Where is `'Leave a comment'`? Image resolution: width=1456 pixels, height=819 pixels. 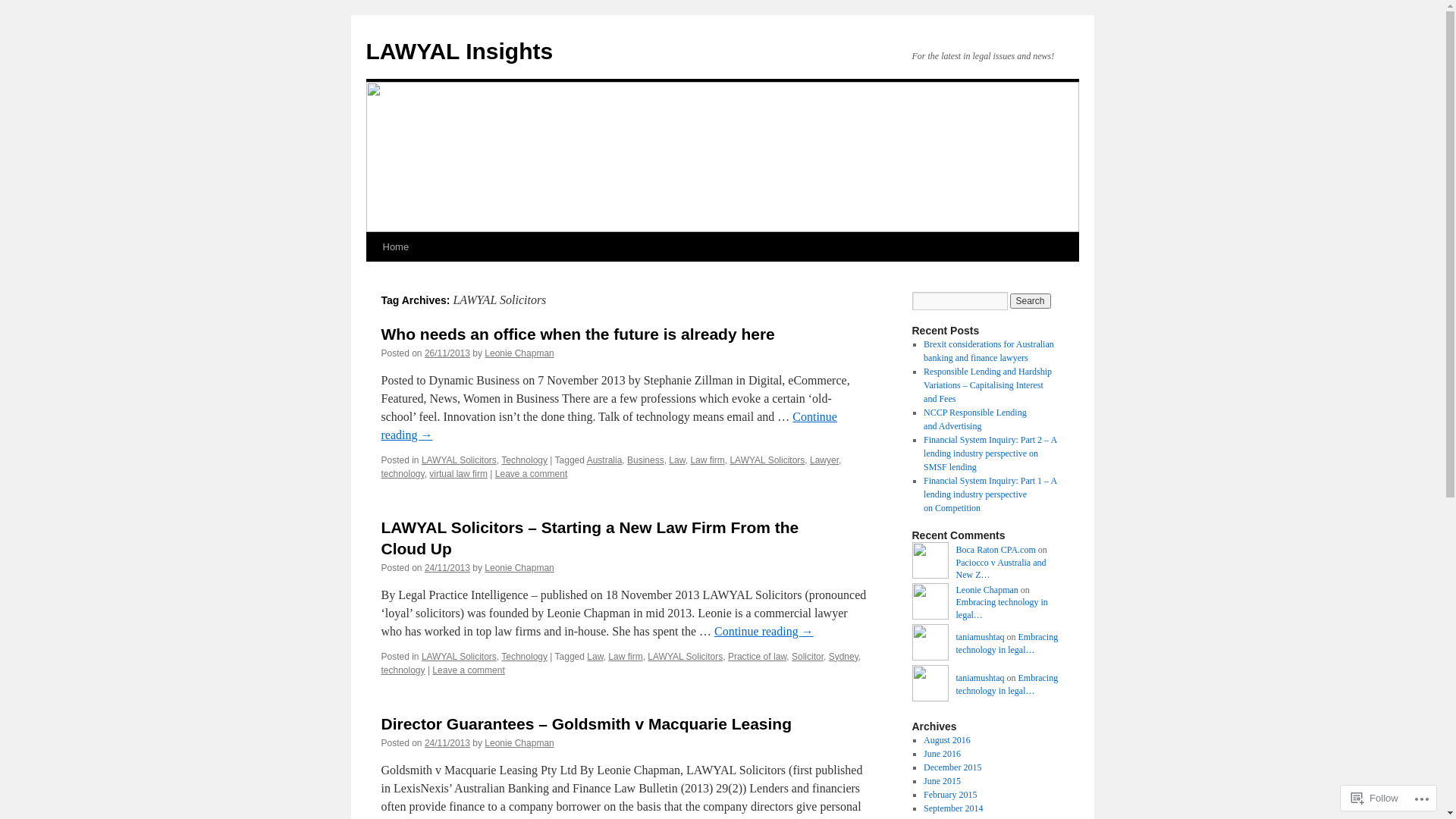
'Leave a comment' is located at coordinates (531, 472).